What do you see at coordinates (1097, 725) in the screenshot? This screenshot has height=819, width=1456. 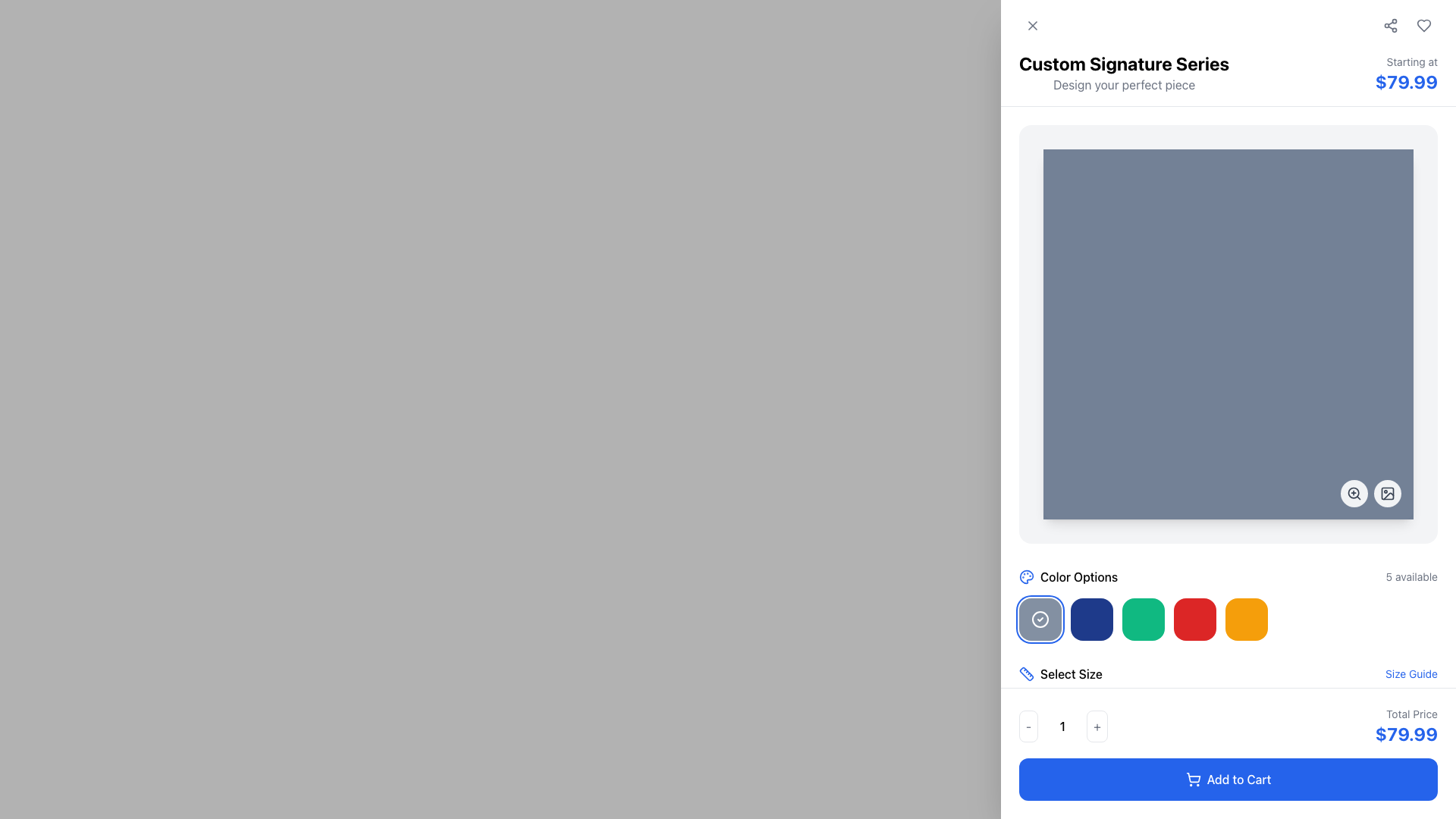 I see `the '+' button that increases the quantity of the item being adjusted for accessibility interactions` at bounding box center [1097, 725].